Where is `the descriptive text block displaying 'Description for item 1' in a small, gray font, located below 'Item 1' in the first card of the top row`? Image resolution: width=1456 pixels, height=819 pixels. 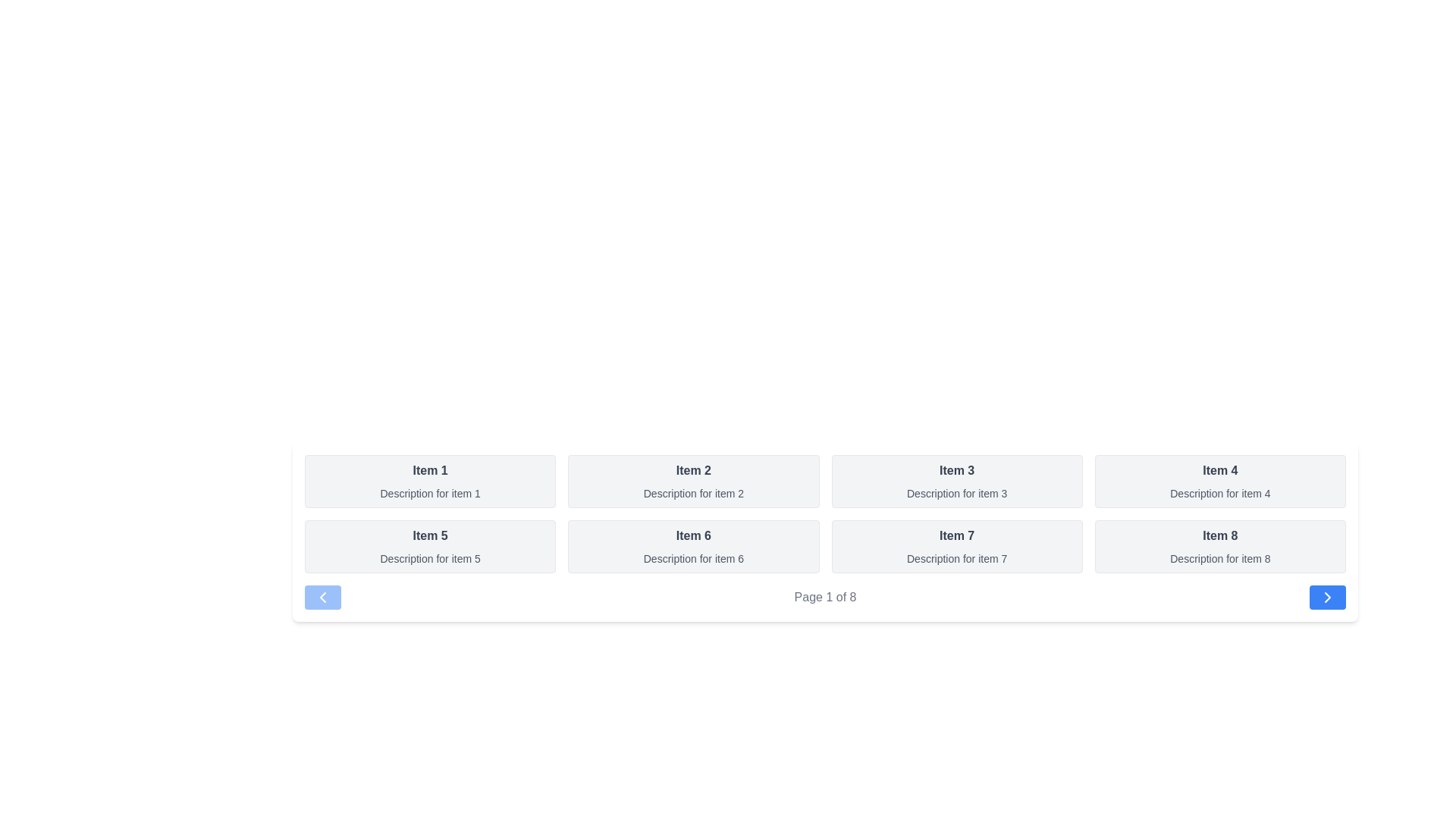
the descriptive text block displaying 'Description for item 1' in a small, gray font, located below 'Item 1' in the first card of the top row is located at coordinates (429, 494).